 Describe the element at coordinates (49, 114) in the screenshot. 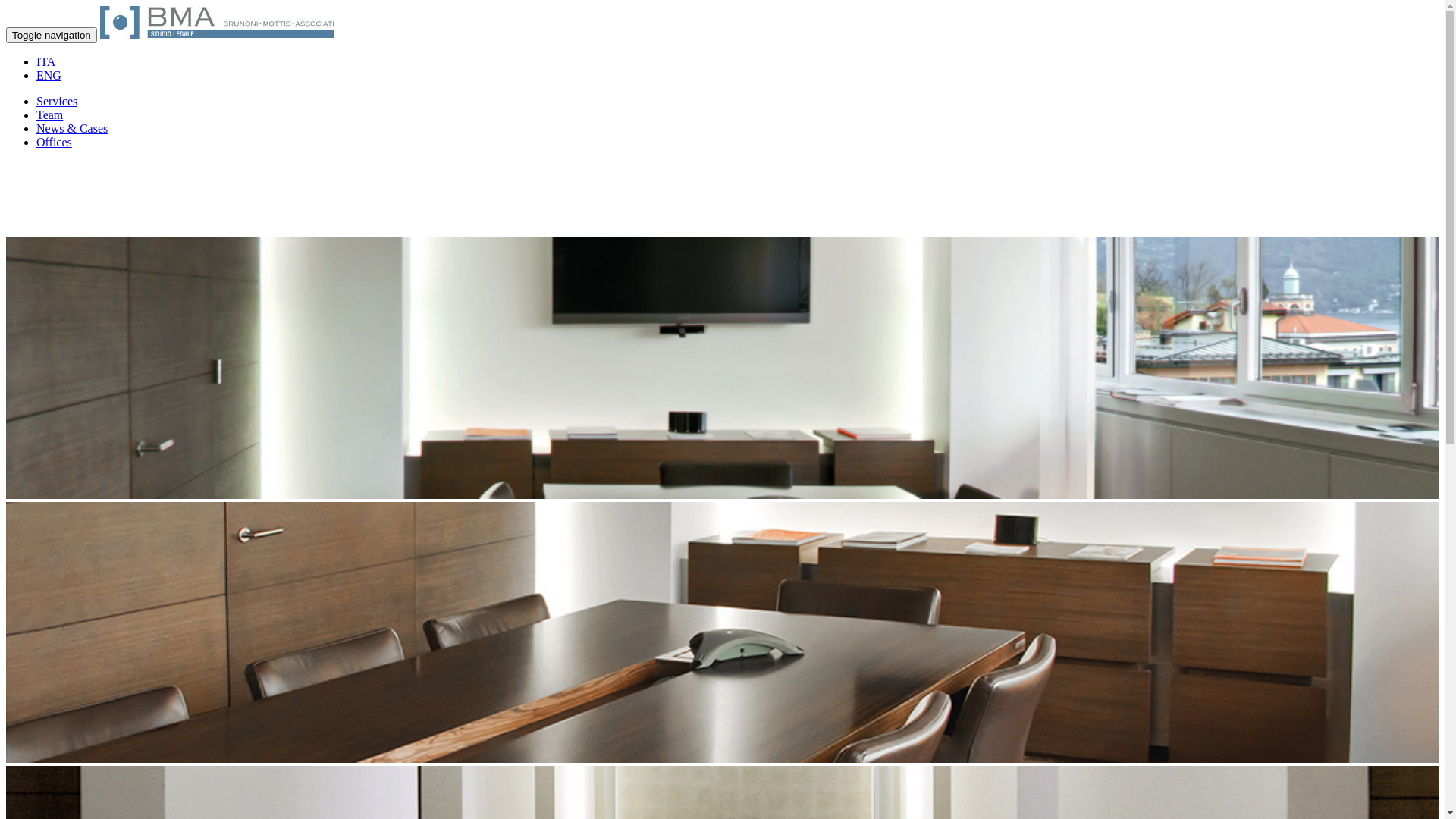

I see `'Team'` at that location.